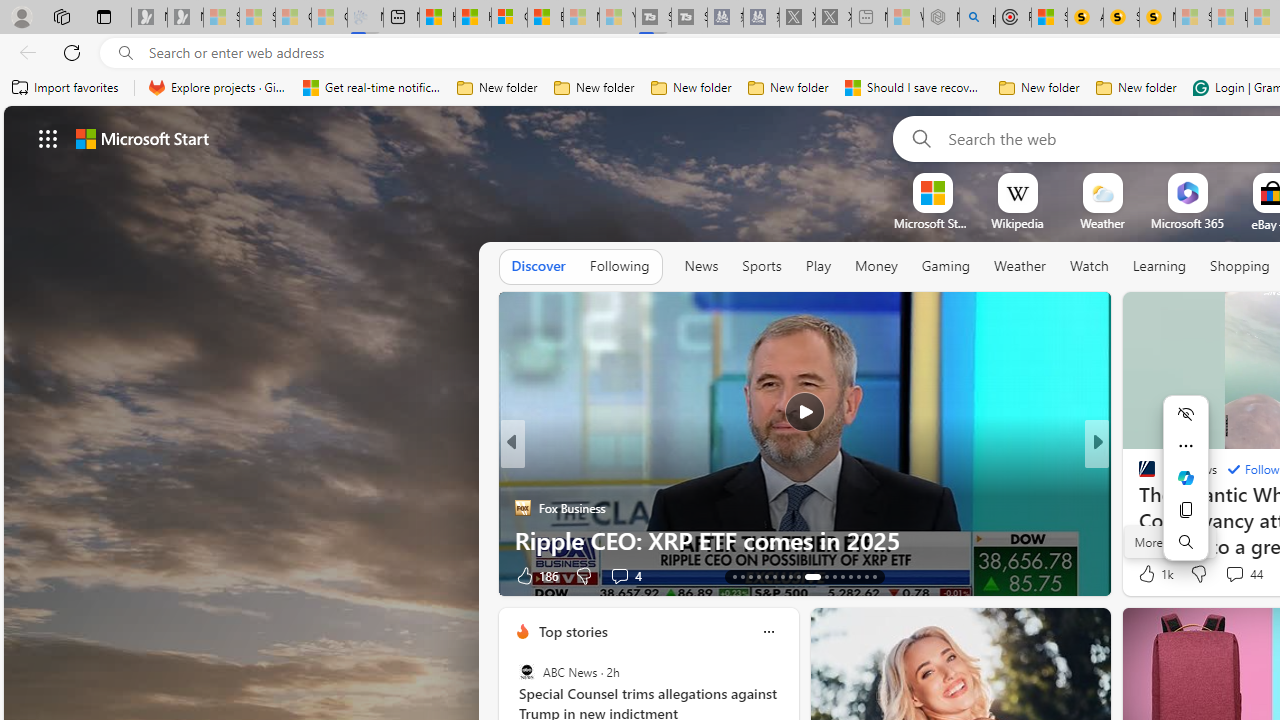 Image resolution: width=1280 pixels, height=720 pixels. What do you see at coordinates (812, 577) in the screenshot?
I see `'AutomationID: tab-22'` at bounding box center [812, 577].